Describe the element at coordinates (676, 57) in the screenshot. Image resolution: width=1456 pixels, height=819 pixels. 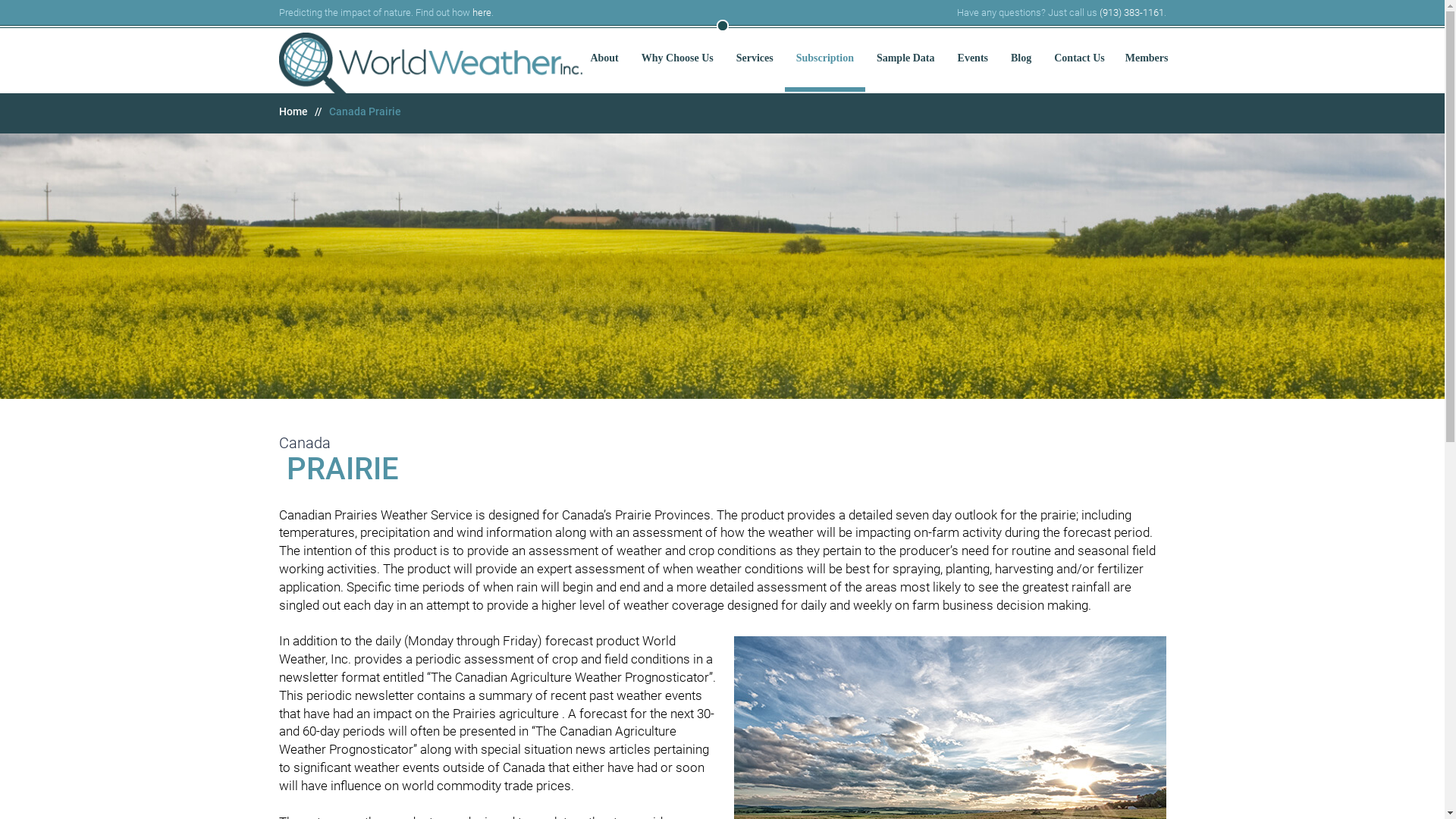
I see `'Why Choose Us'` at that location.